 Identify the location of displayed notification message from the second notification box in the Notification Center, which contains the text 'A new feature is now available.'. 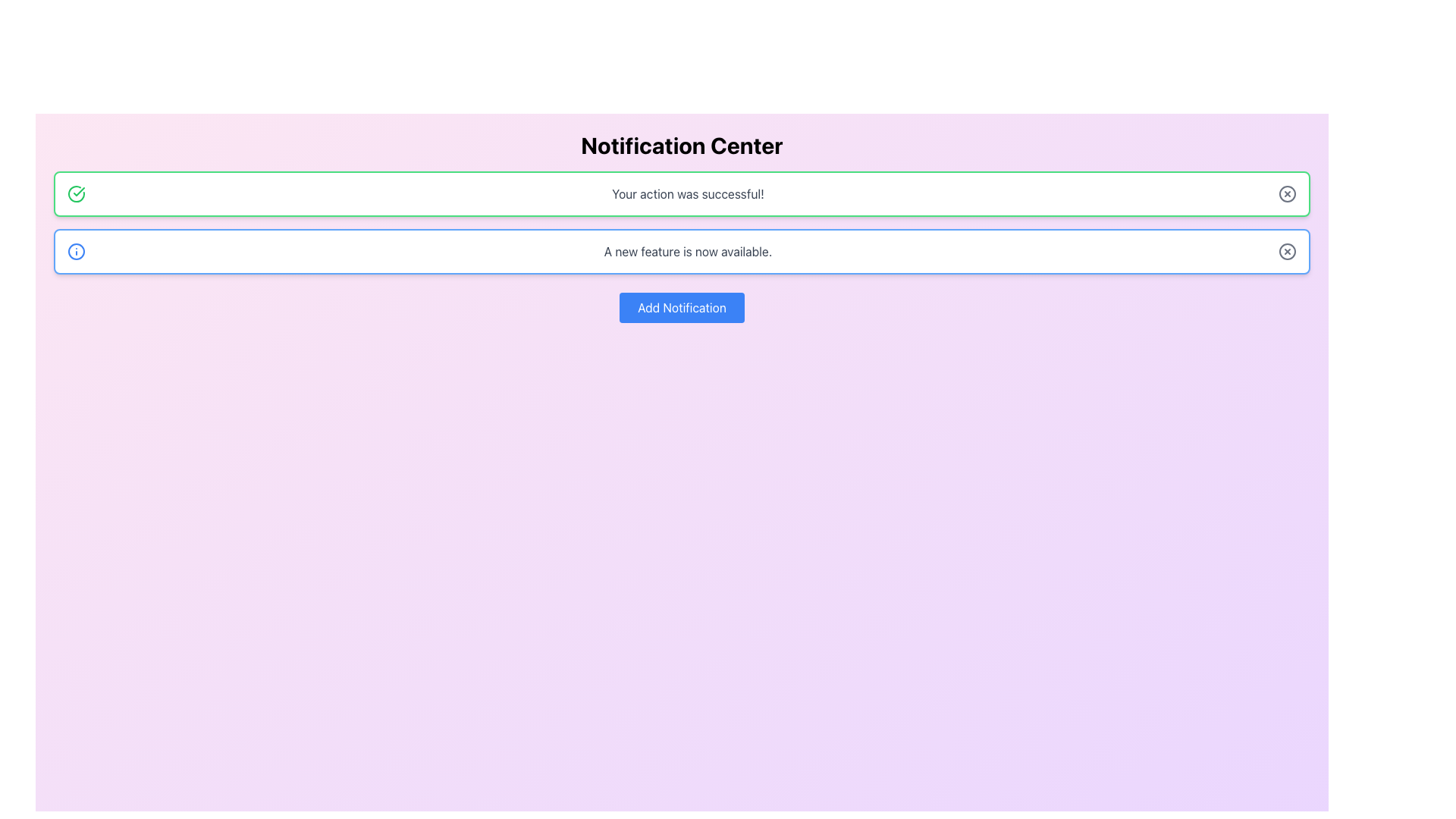
(681, 250).